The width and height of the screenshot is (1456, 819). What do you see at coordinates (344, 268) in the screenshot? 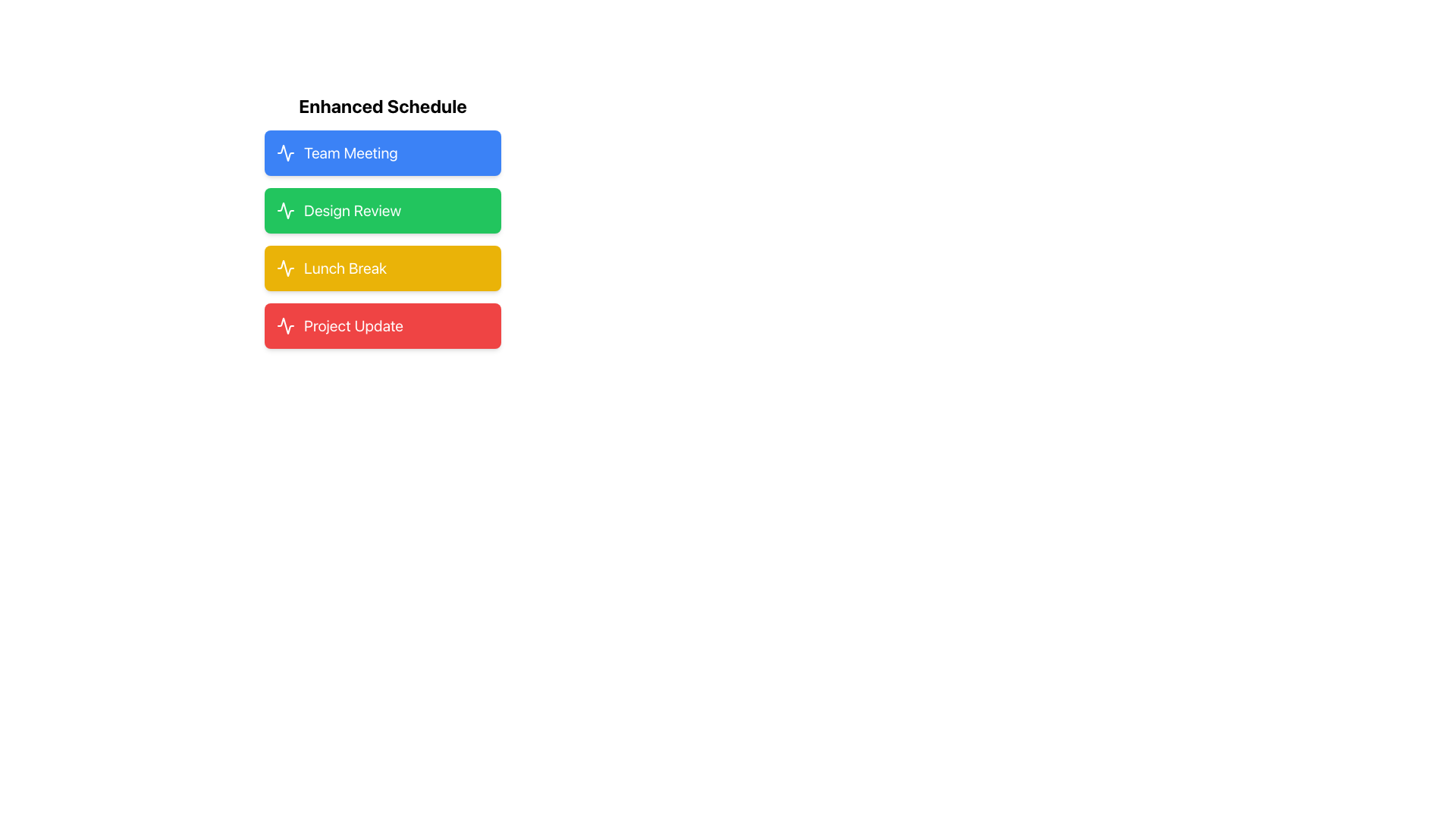
I see `the text label indicating 'Lunch Break', which is positioned third in a vertical list under 'Team Meeting' and 'Design Review', and above 'Project Update', located within a yellow rounded rectangular panel` at bounding box center [344, 268].